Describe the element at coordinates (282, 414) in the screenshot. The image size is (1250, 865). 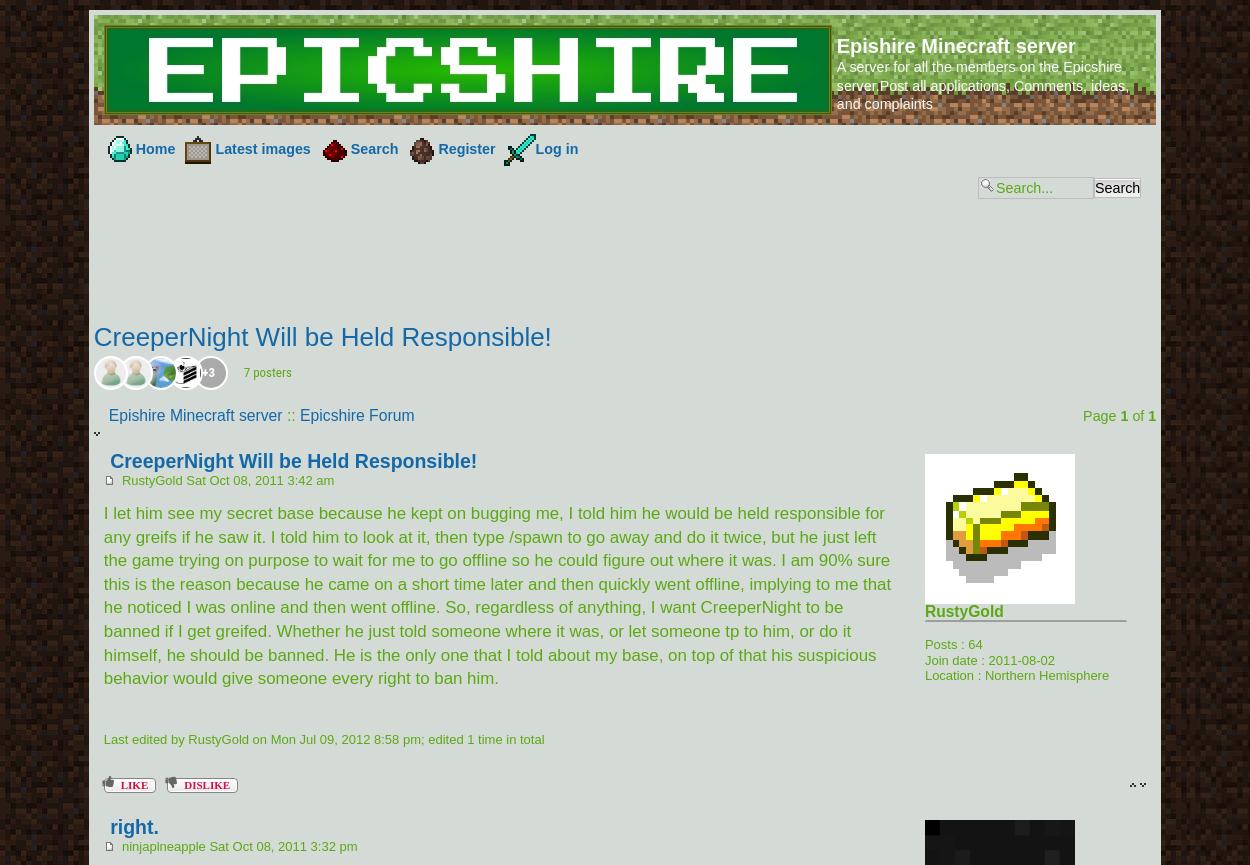
I see `'::'` at that location.